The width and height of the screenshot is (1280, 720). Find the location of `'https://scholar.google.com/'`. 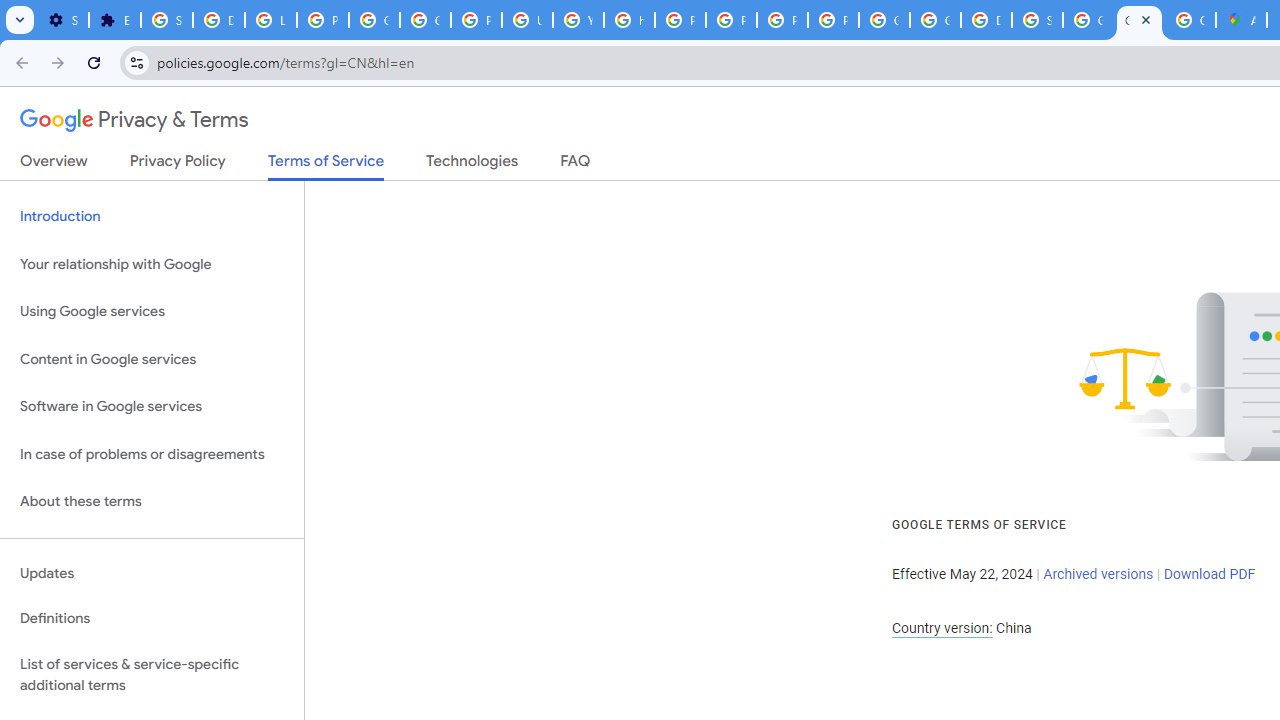

'https://scholar.google.com/' is located at coordinates (628, 20).